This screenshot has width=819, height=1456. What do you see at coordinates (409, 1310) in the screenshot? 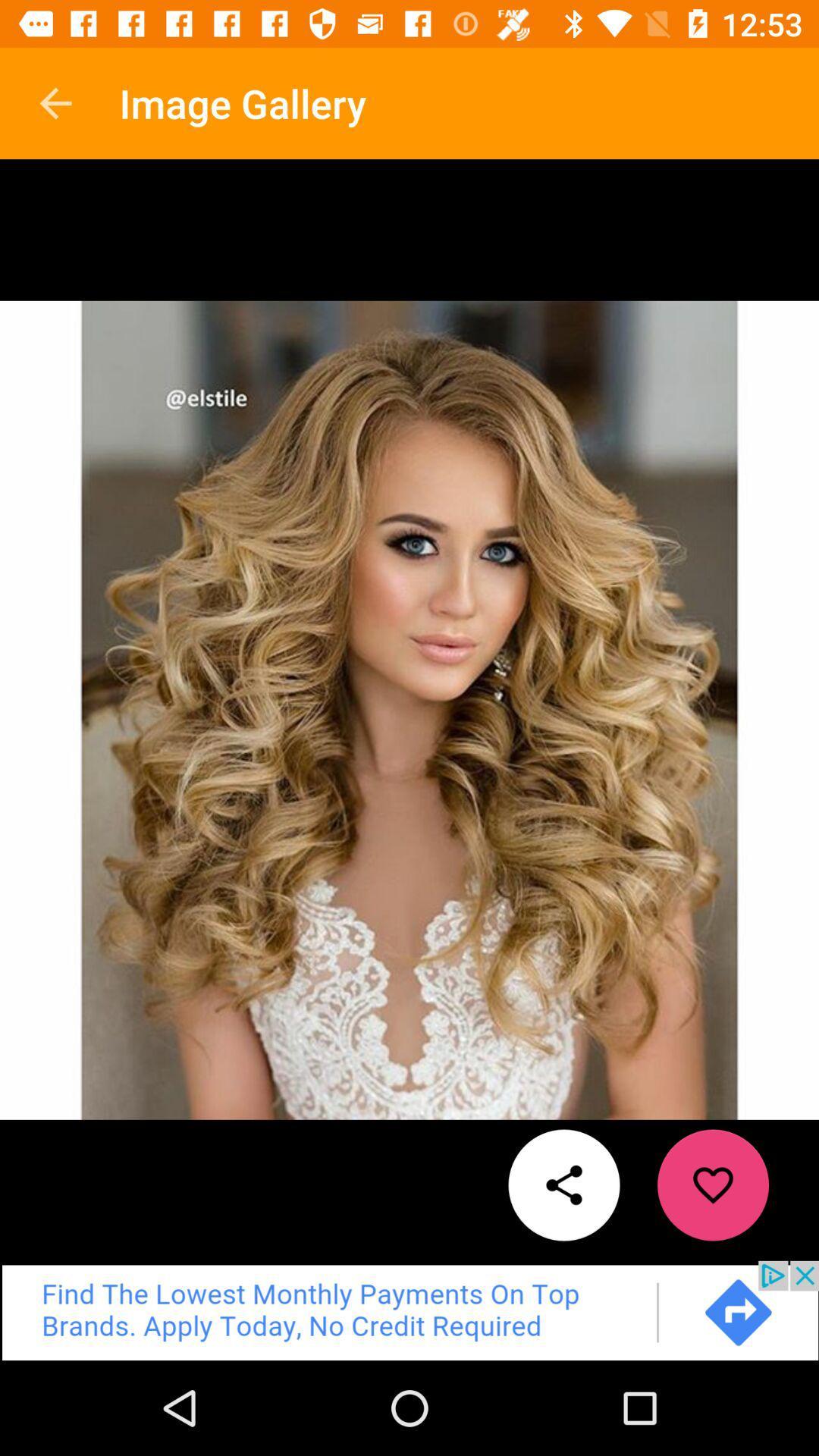
I see `previous` at bounding box center [409, 1310].